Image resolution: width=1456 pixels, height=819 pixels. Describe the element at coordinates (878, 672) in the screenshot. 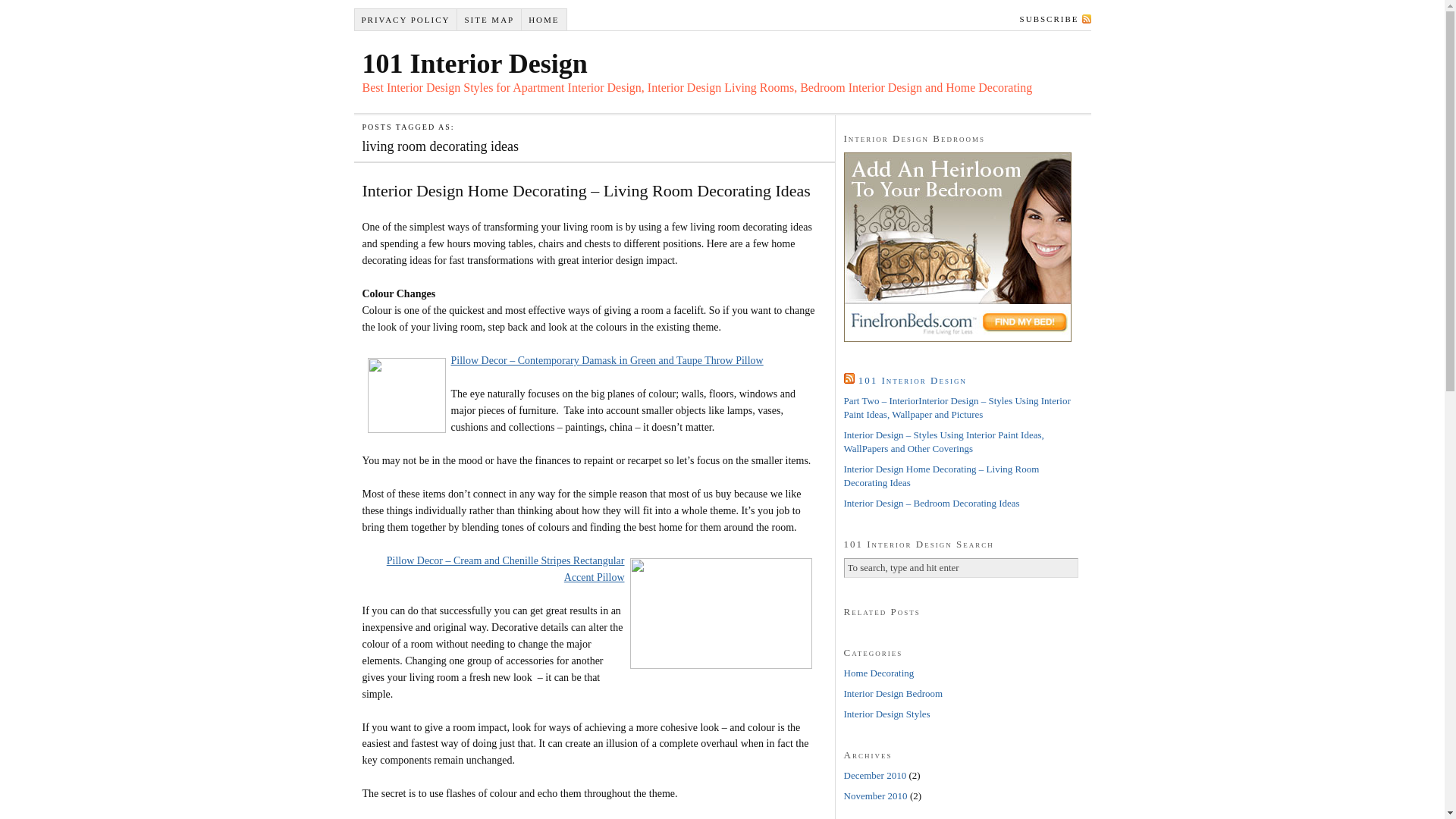

I see `'Home Decorating'` at that location.